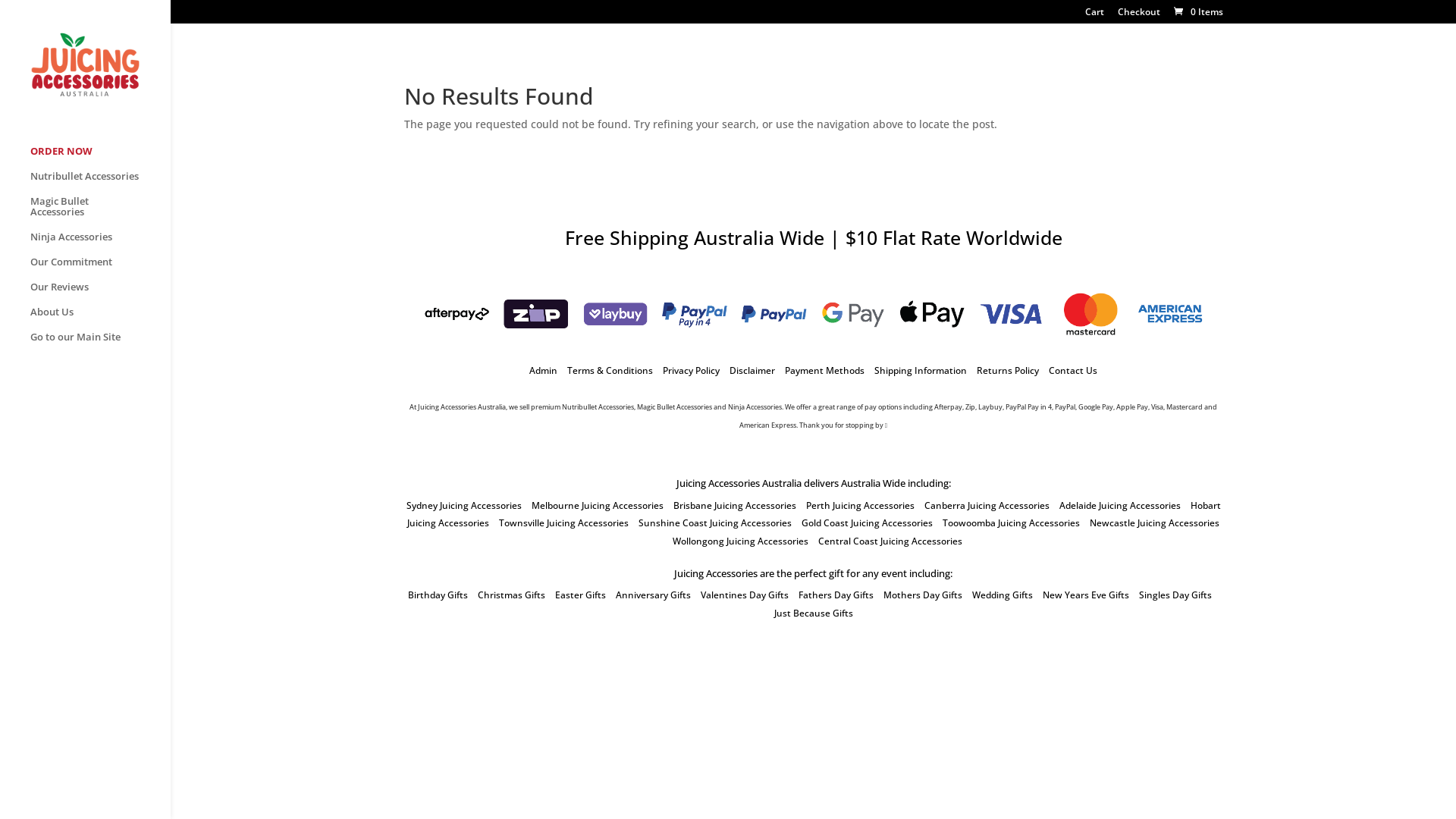 The image size is (1456, 819). Describe the element at coordinates (579, 594) in the screenshot. I see `'Easter Gifts'` at that location.